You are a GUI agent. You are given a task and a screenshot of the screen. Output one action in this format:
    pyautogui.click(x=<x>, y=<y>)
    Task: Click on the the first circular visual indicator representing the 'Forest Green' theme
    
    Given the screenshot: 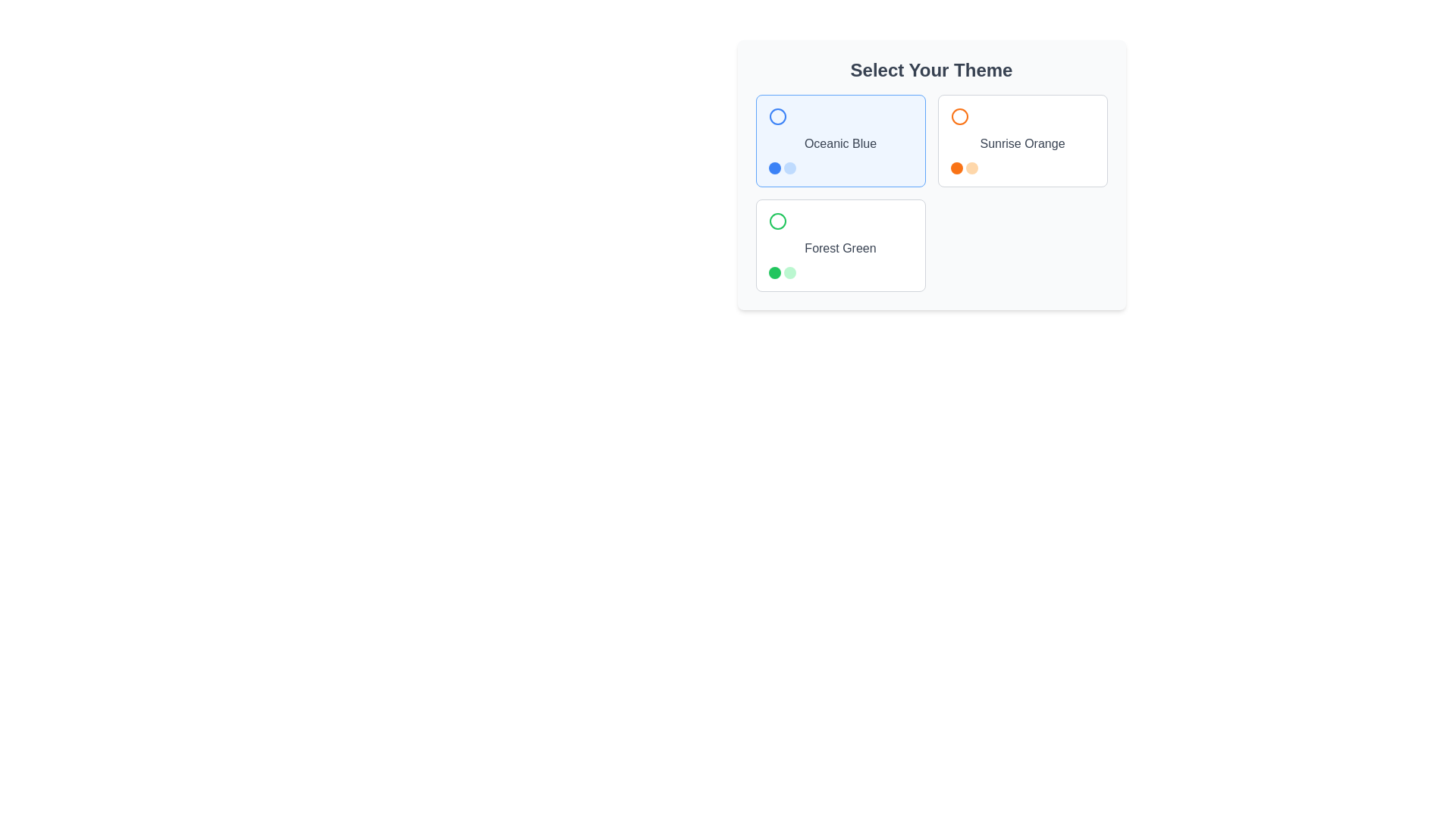 What is the action you would take?
    pyautogui.click(x=774, y=271)
    